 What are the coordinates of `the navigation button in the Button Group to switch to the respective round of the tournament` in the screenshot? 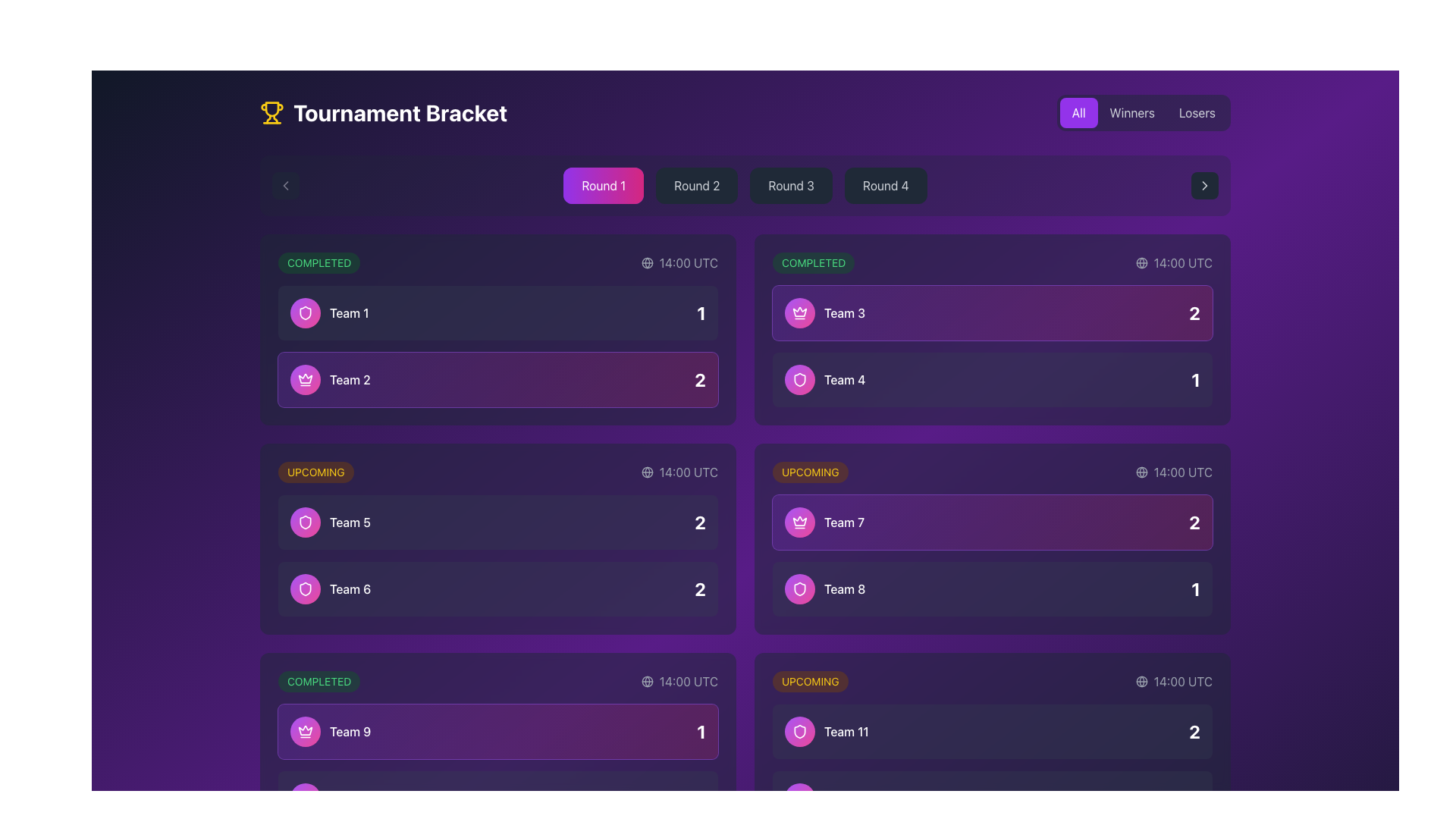 It's located at (745, 185).